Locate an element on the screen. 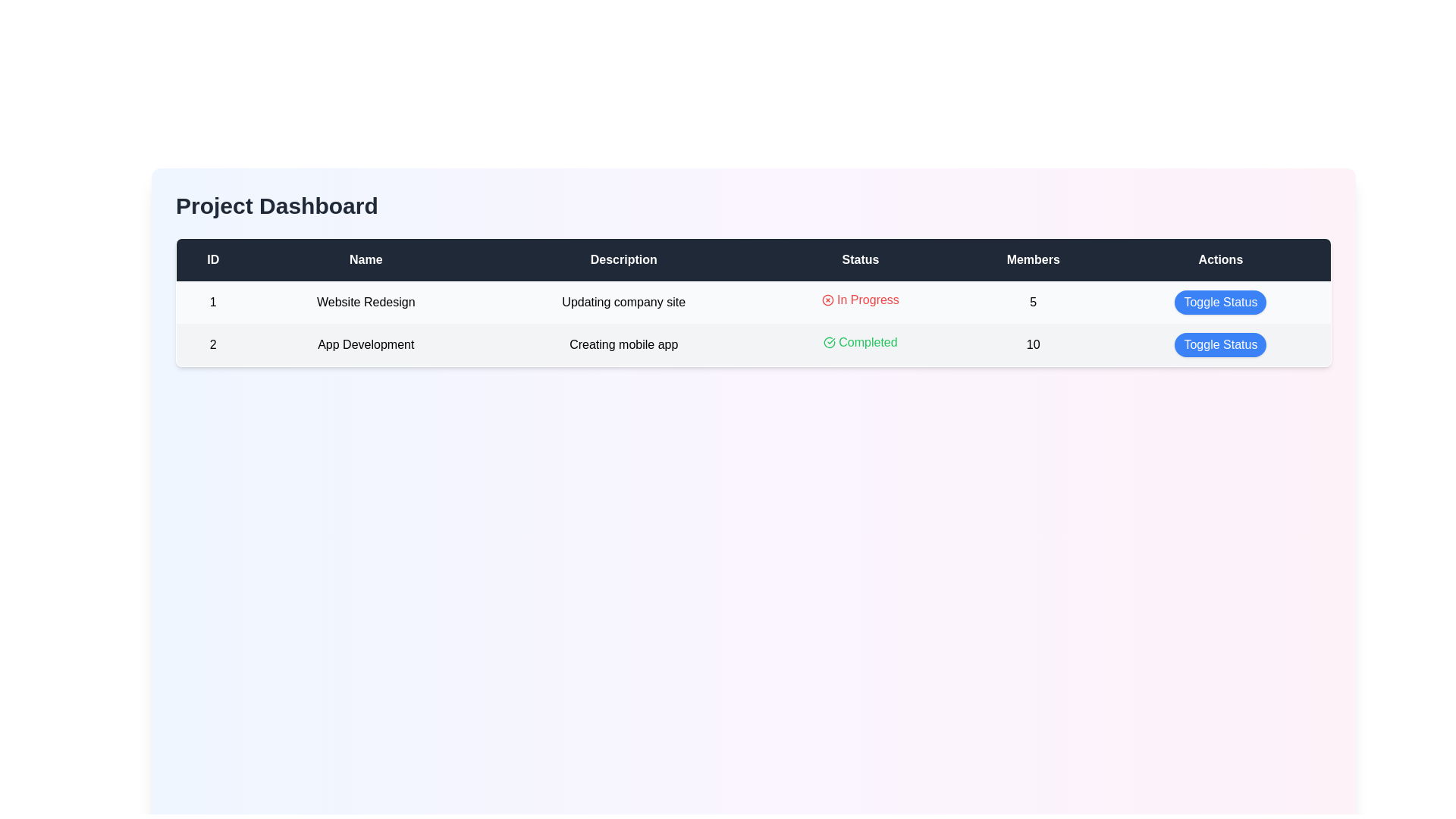 This screenshot has height=819, width=1456. the 'In Progress' status icon for the 'Website Redesign' project, located in the first row of the 'Status' column in the table is located at coordinates (827, 300).